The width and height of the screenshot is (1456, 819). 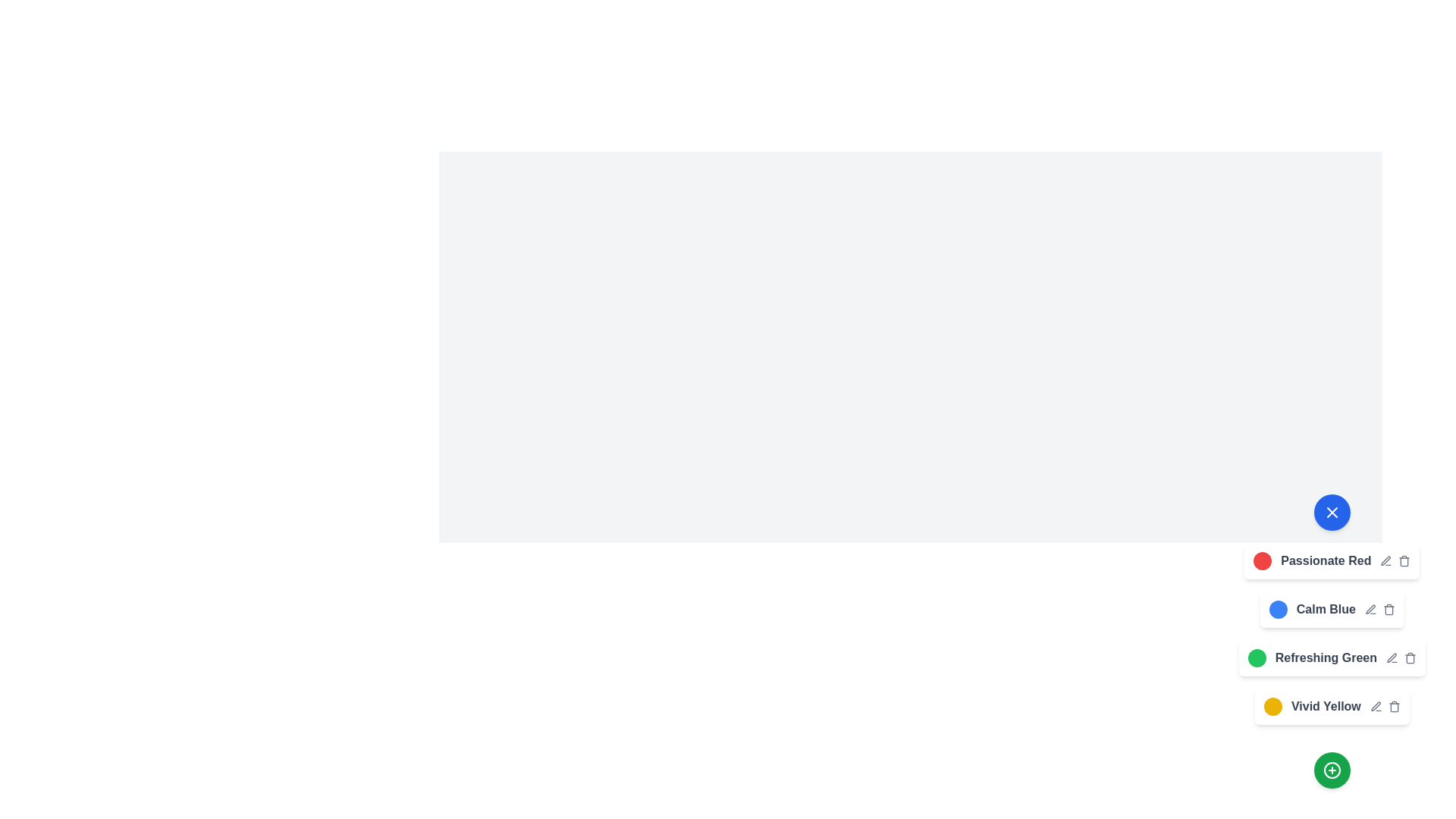 I want to click on the color theme Calm Blue from the list, so click(x=1277, y=608).